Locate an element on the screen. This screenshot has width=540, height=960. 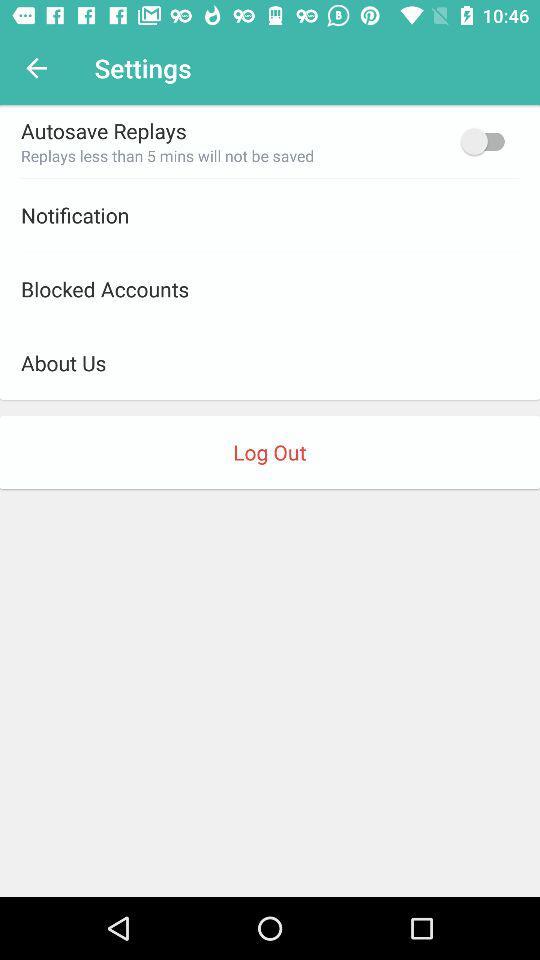
item above autosave replays is located at coordinates (36, 68).